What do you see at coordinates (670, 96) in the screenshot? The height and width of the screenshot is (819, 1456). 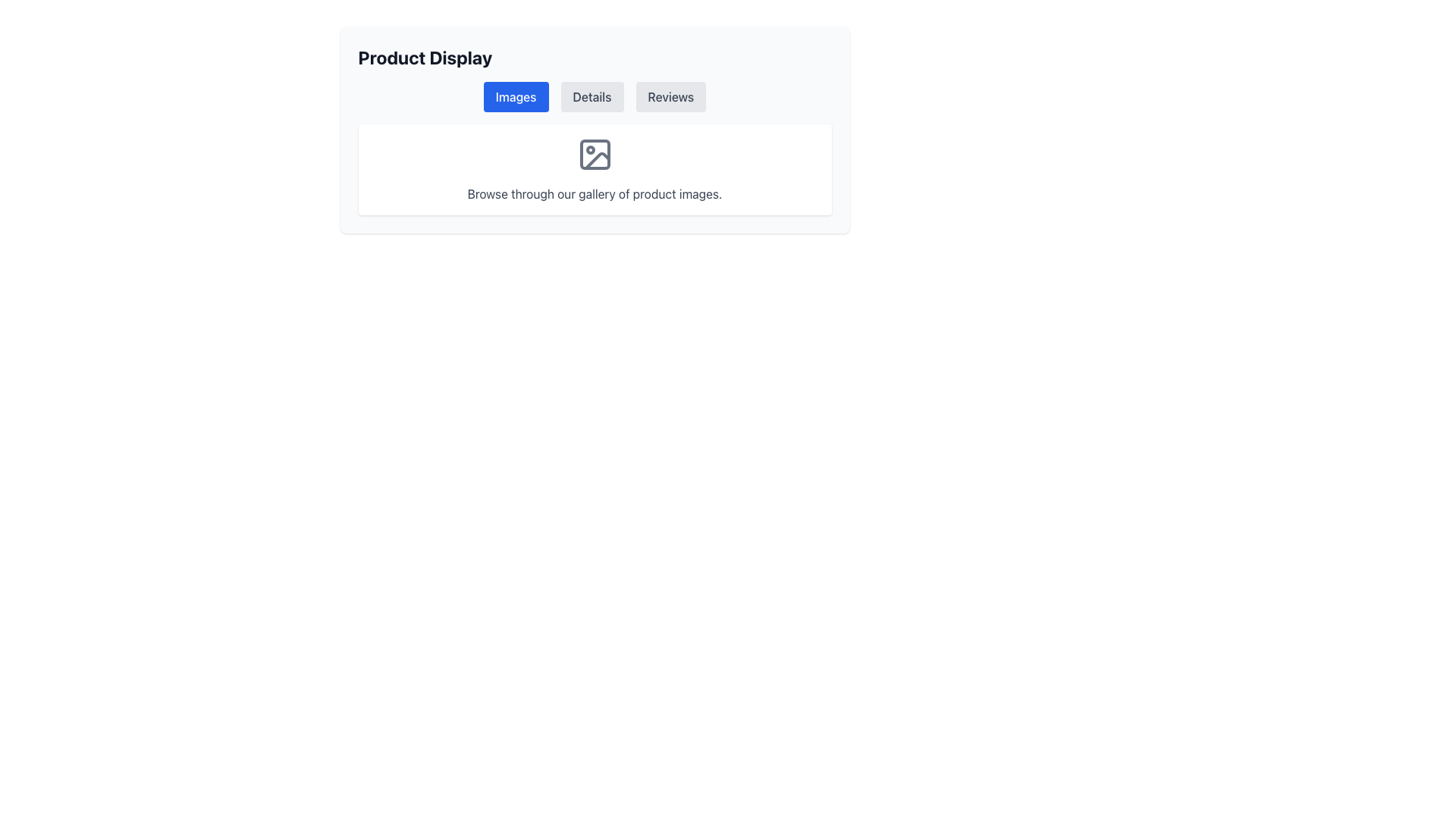 I see `the 'Reviews' button, which is the third button in a horizontal row of three buttons located in the upper section of the interface` at bounding box center [670, 96].